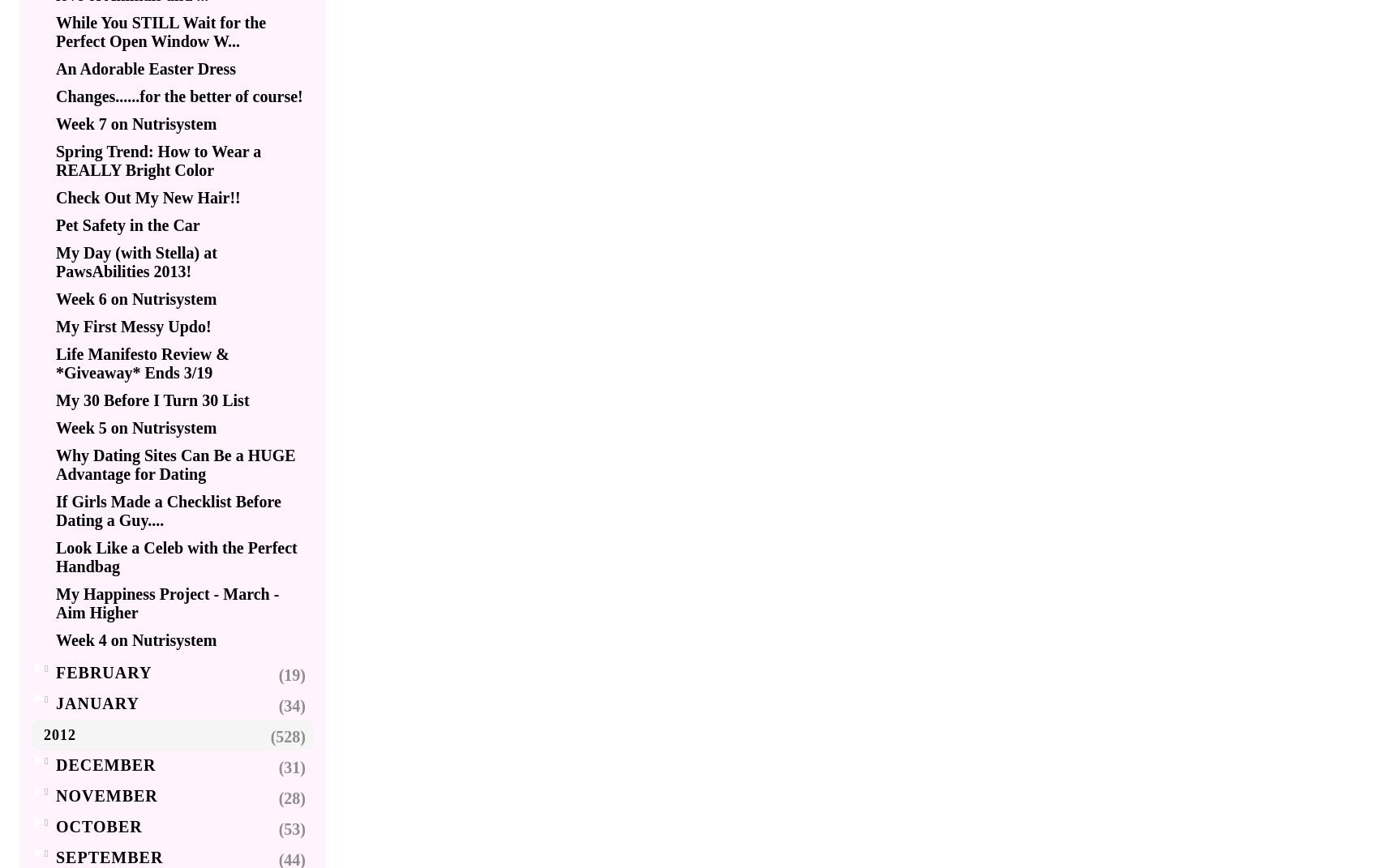 Image resolution: width=1385 pixels, height=868 pixels. Describe the element at coordinates (106, 794) in the screenshot. I see `'November'` at that location.